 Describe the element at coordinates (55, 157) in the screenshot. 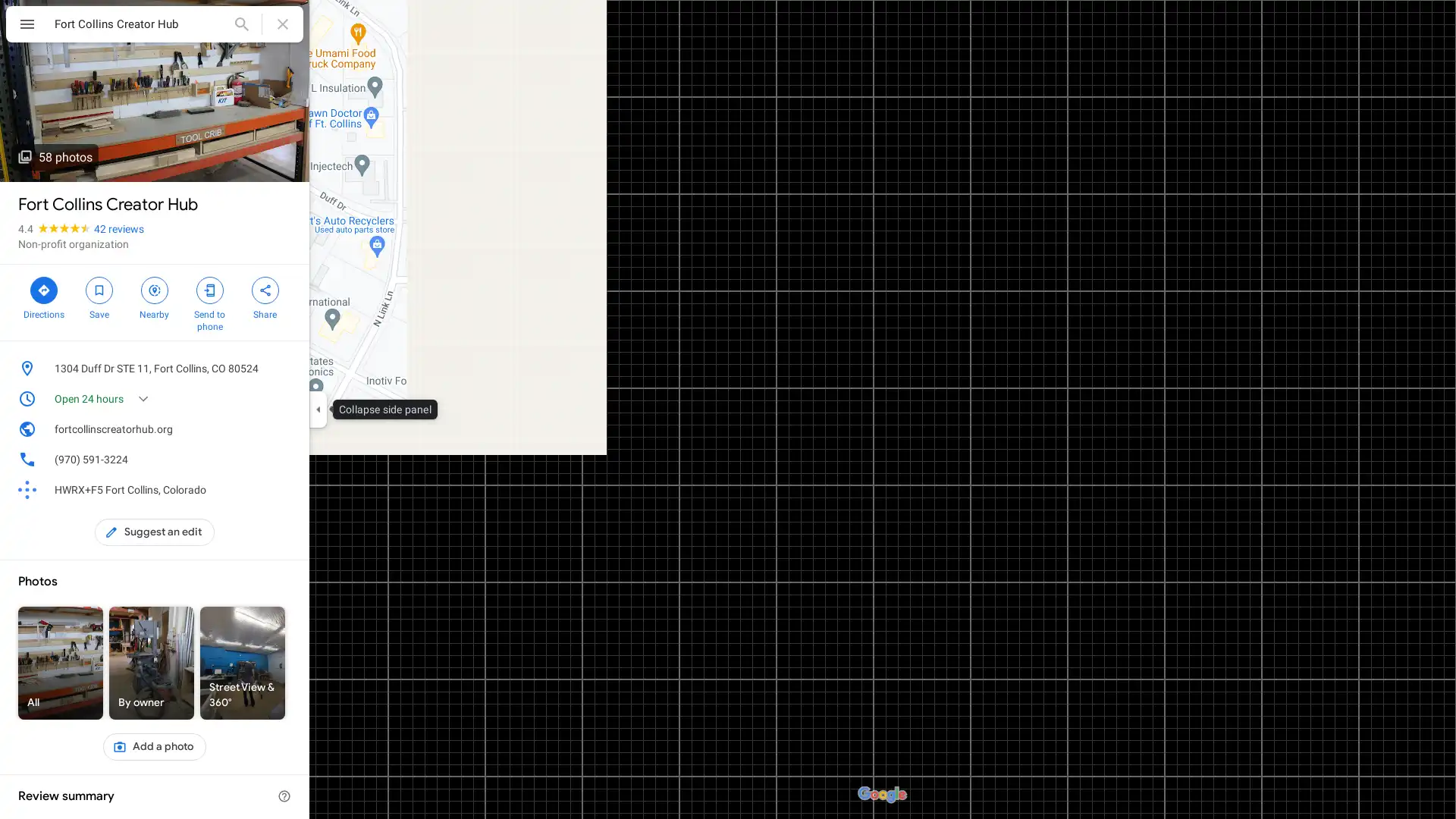

I see `58 photos` at that location.